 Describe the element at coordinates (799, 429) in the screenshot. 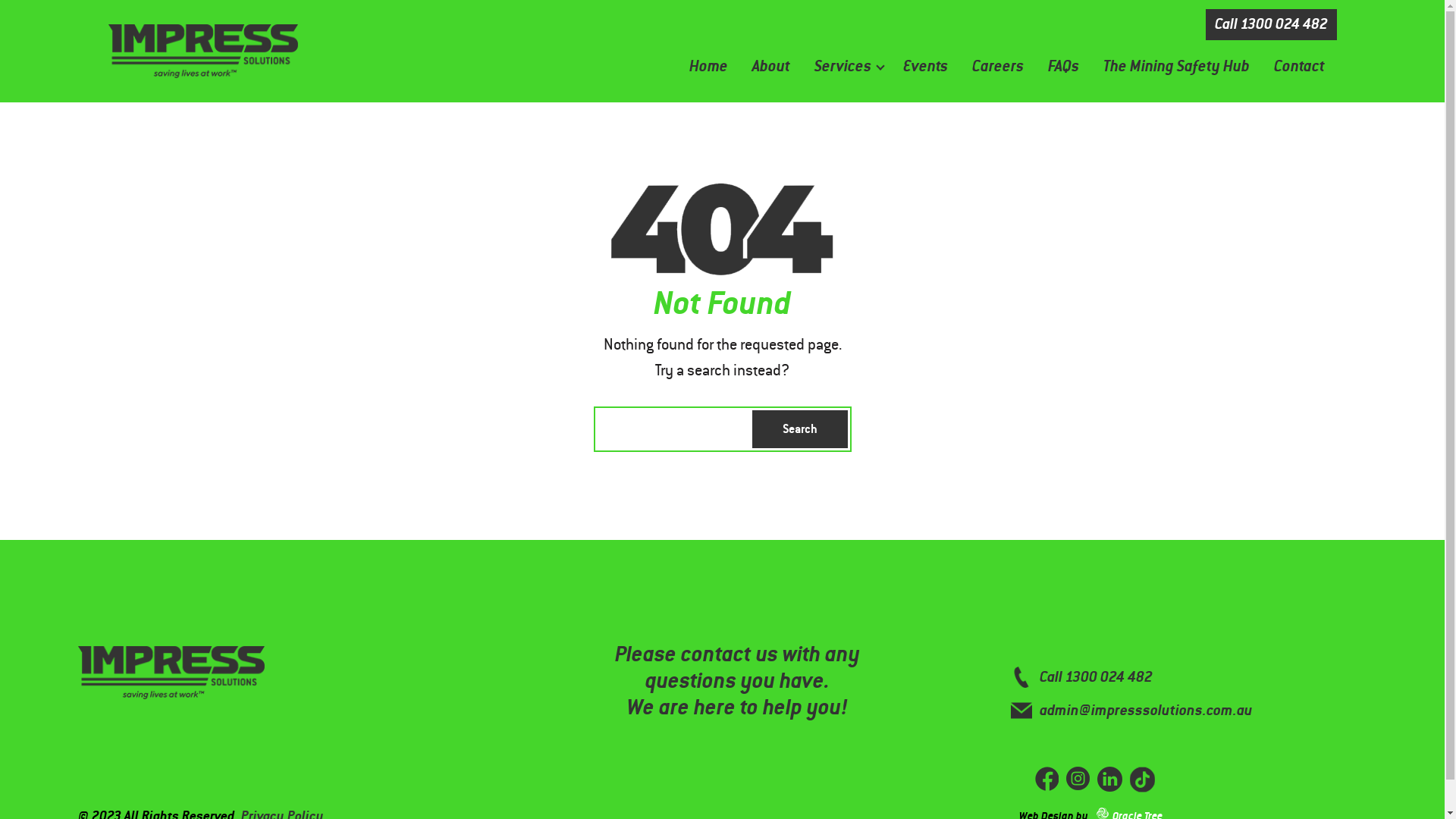

I see `'Search'` at that location.